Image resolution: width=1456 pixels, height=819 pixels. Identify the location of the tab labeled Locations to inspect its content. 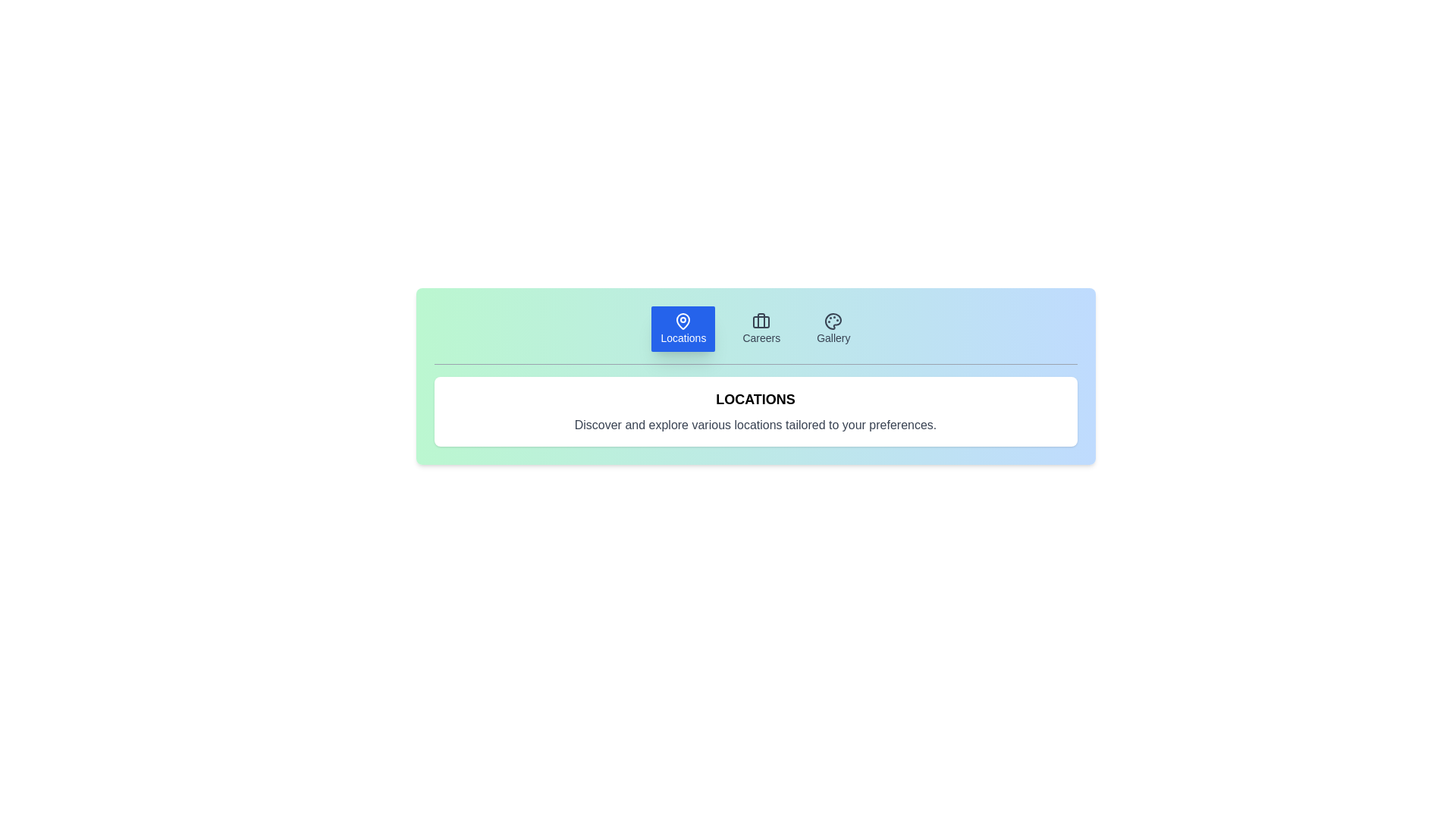
(682, 328).